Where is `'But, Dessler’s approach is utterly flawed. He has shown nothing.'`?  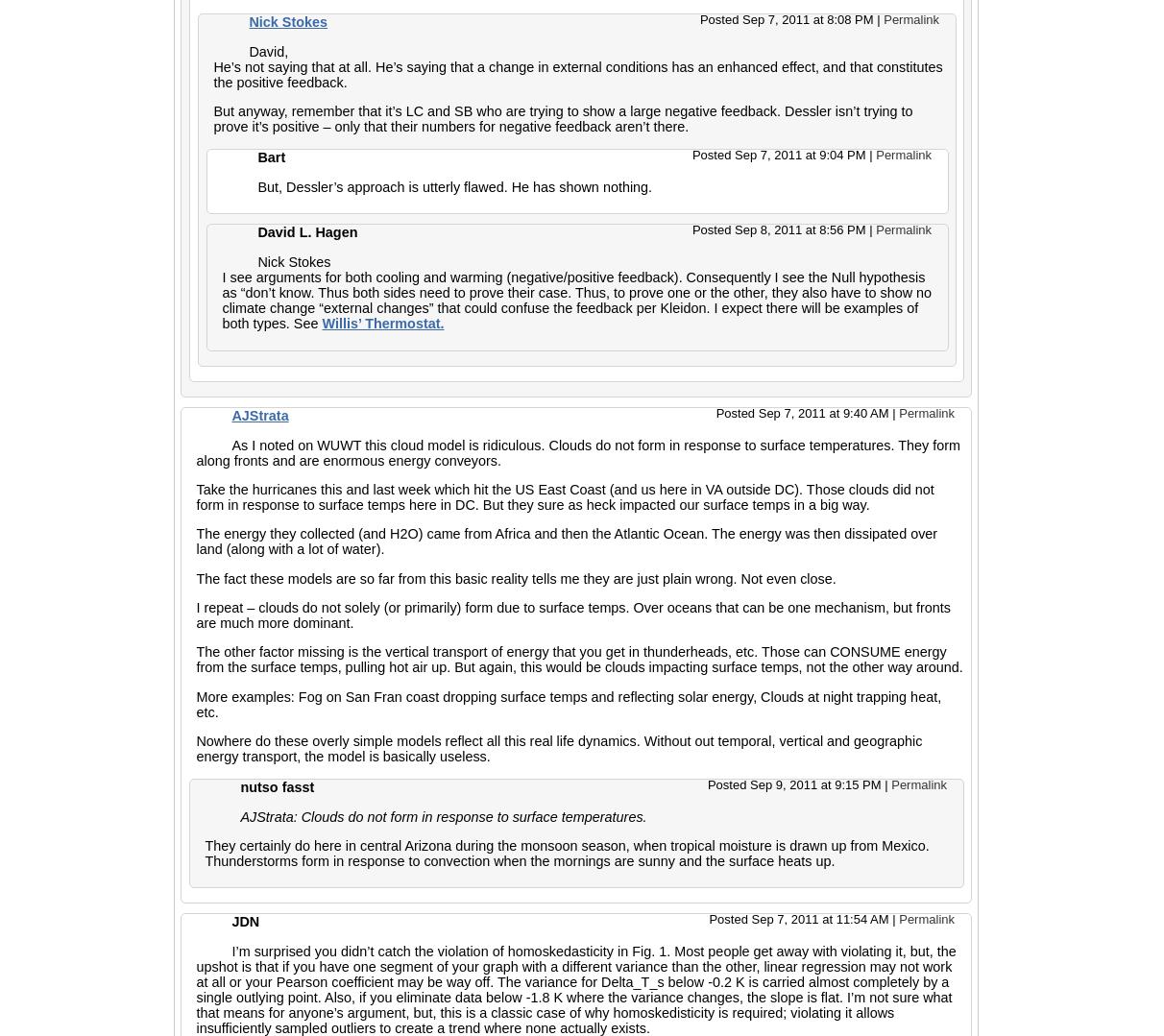 'But, Dessler’s approach is utterly flawed. He has shown nothing.' is located at coordinates (453, 186).